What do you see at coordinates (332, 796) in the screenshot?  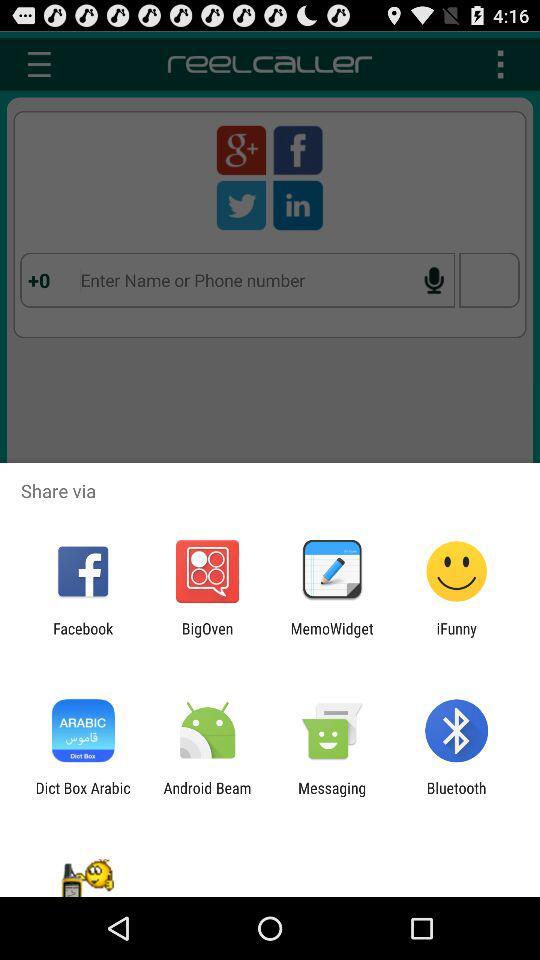 I see `the app next to bluetooth icon` at bounding box center [332, 796].